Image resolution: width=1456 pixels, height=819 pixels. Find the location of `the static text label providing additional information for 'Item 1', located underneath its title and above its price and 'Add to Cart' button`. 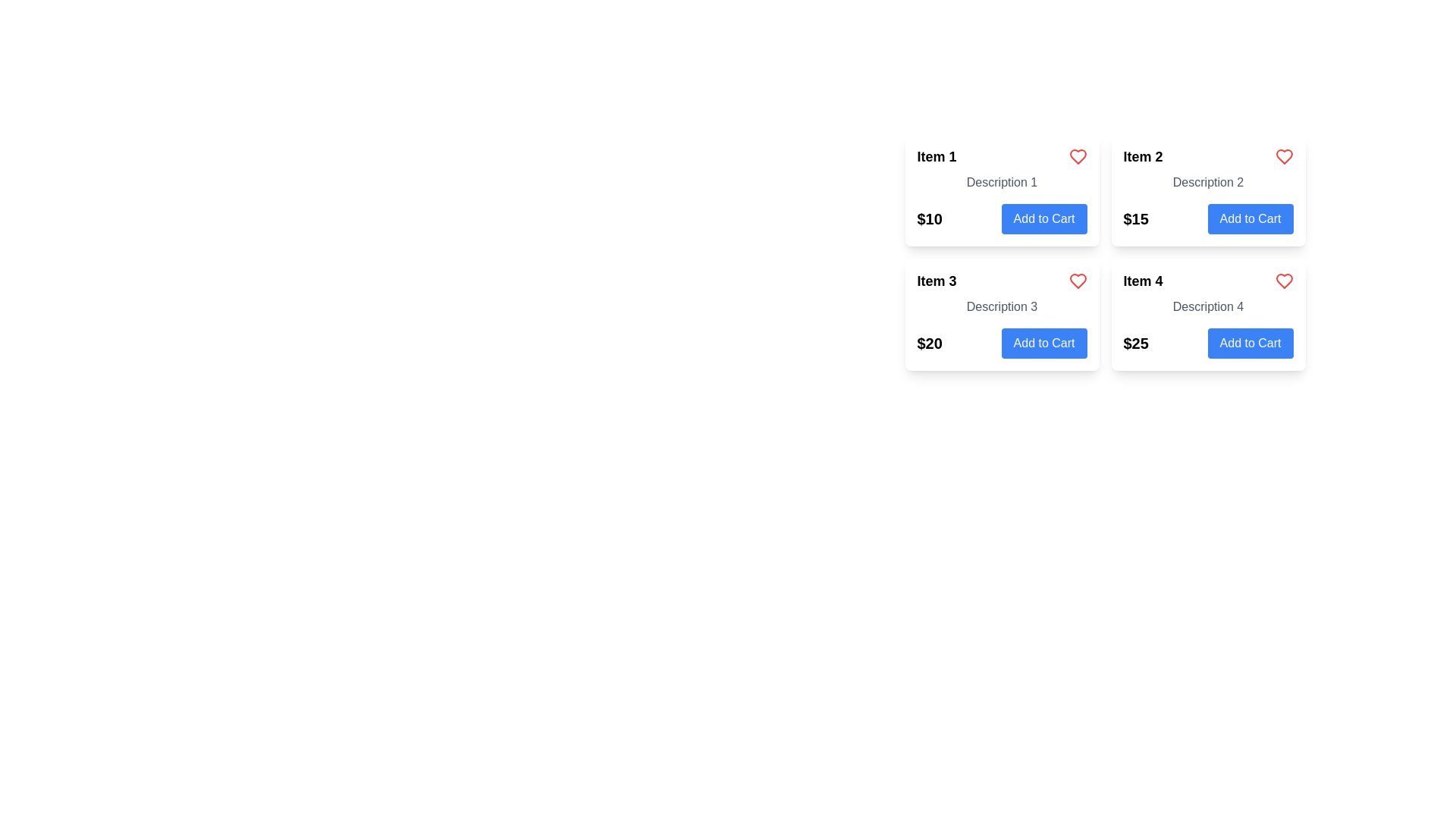

the static text label providing additional information for 'Item 1', located underneath its title and above its price and 'Add to Cart' button is located at coordinates (1002, 181).